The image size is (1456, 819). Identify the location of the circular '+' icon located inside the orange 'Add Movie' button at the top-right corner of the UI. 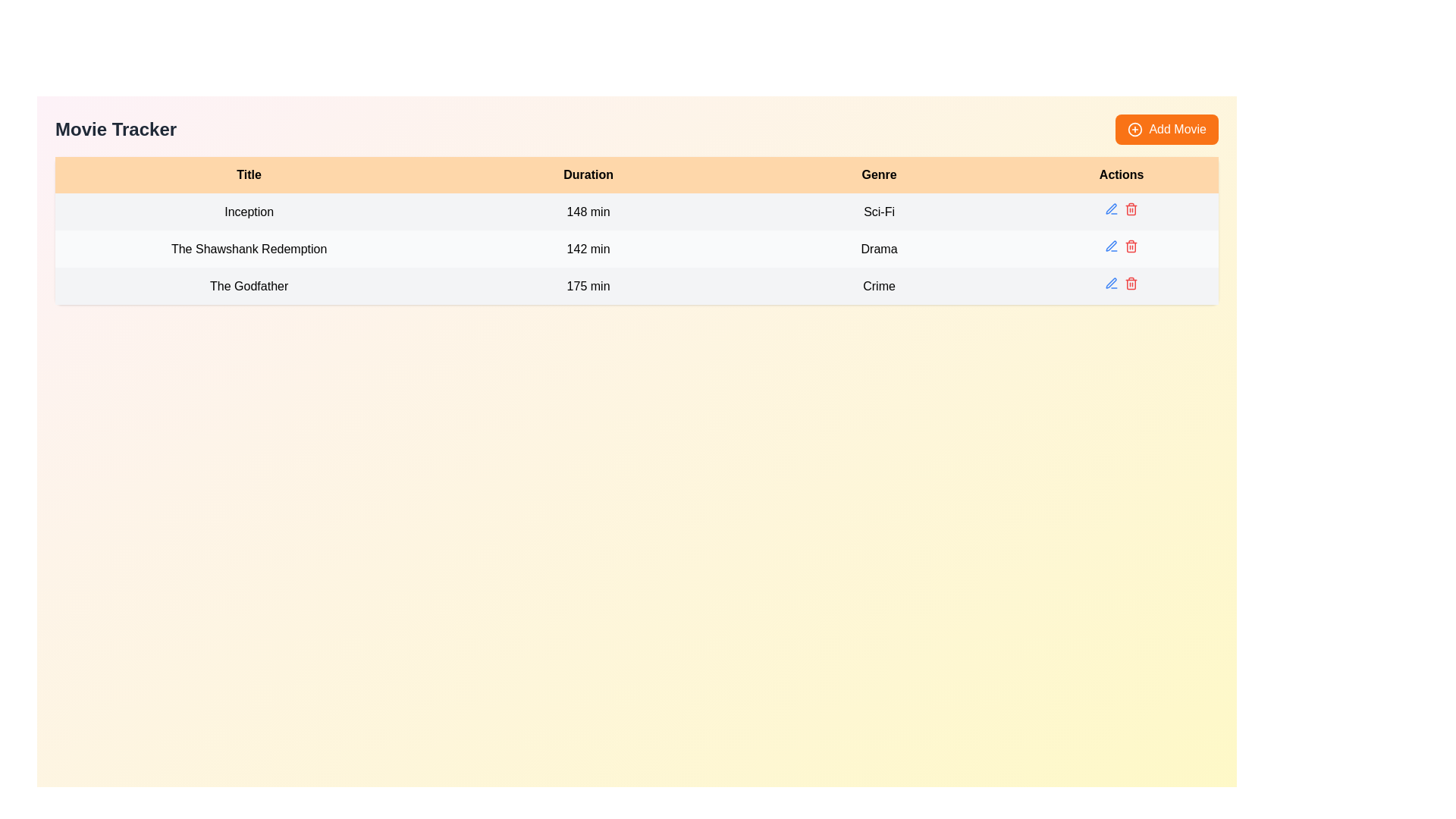
(1135, 128).